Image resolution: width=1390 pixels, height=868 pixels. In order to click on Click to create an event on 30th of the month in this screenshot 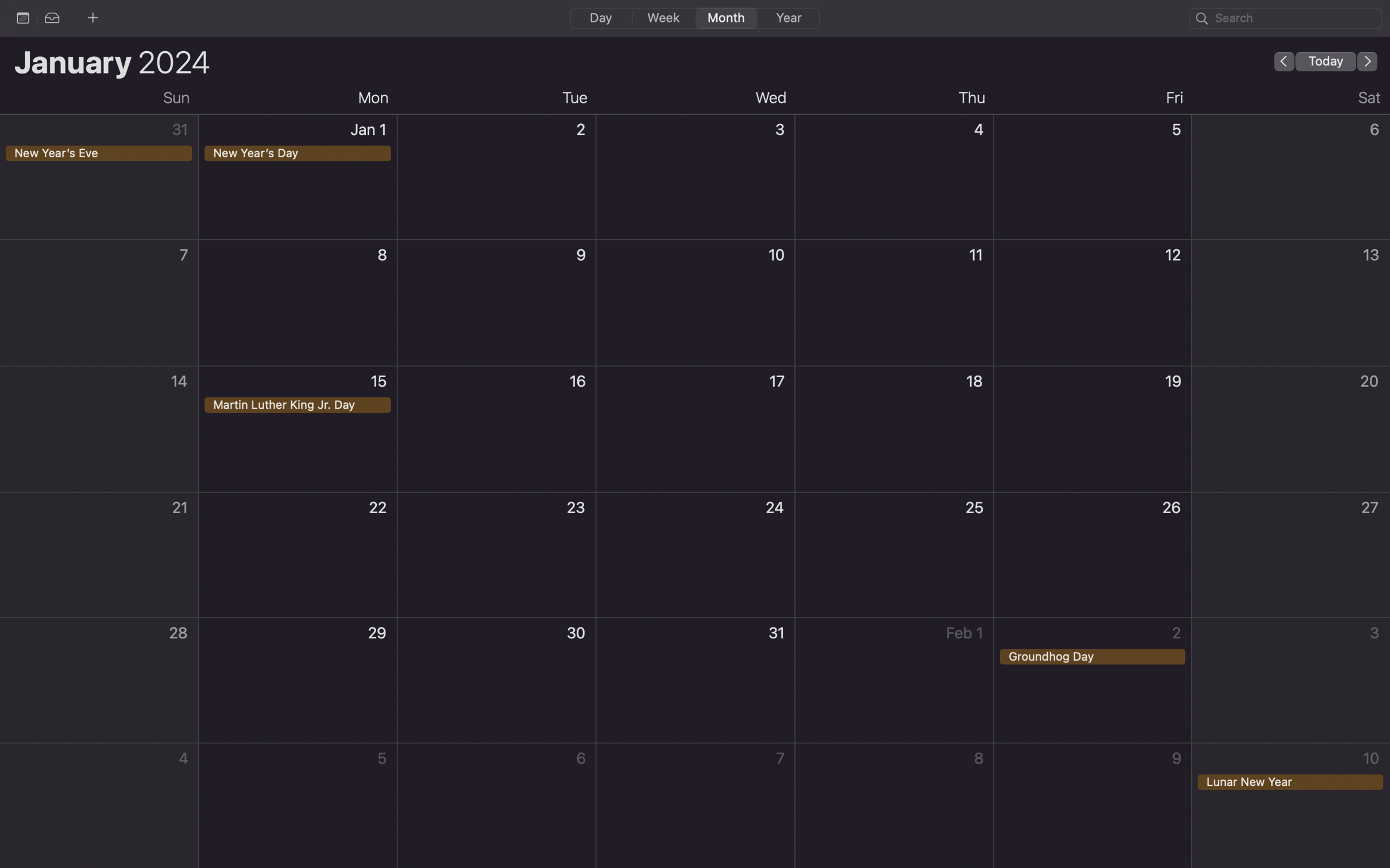, I will do `click(497, 681)`.